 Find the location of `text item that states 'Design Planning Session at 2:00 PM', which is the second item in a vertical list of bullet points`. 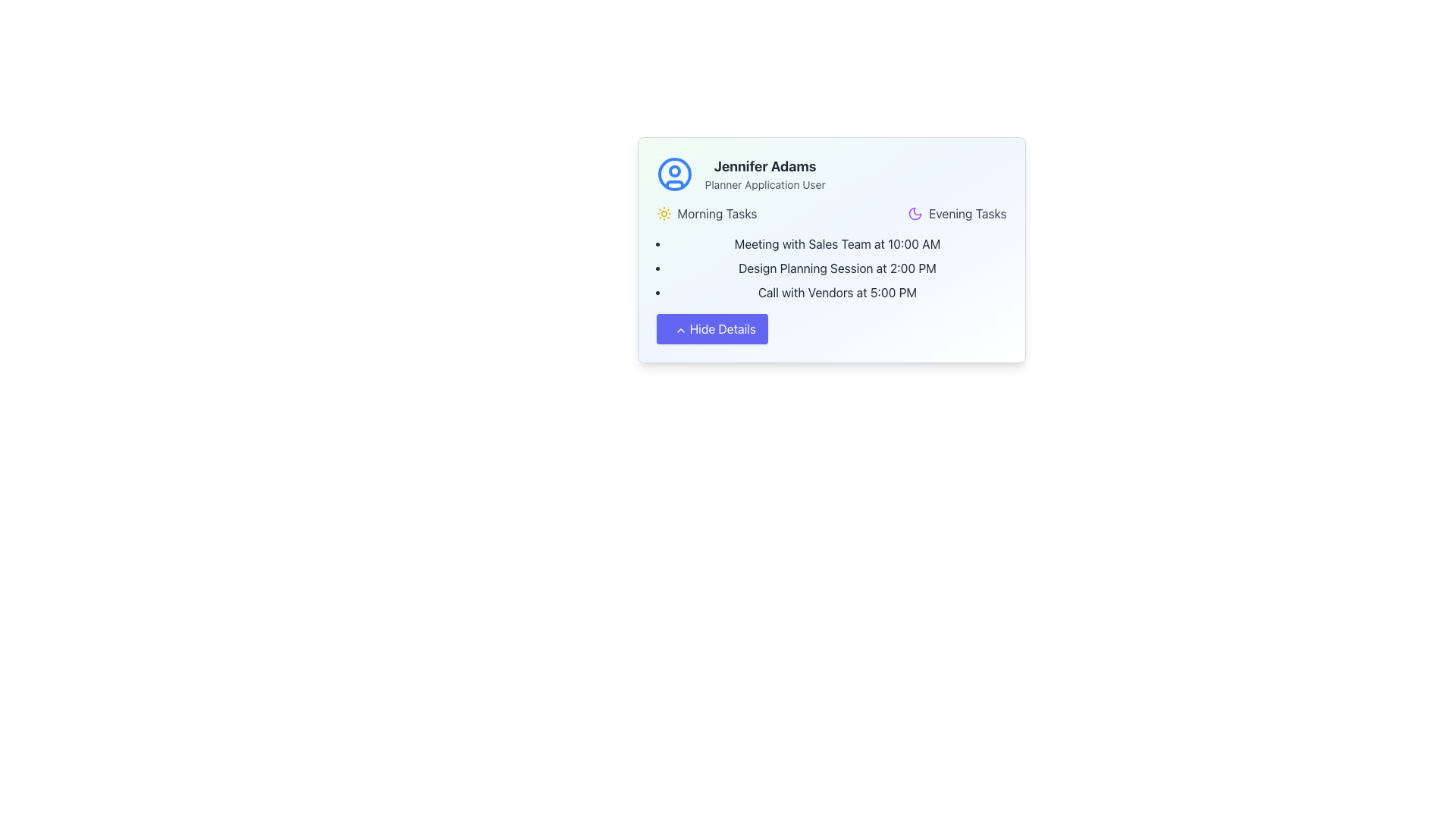

text item that states 'Design Planning Session at 2:00 PM', which is the second item in a vertical list of bullet points is located at coordinates (836, 268).